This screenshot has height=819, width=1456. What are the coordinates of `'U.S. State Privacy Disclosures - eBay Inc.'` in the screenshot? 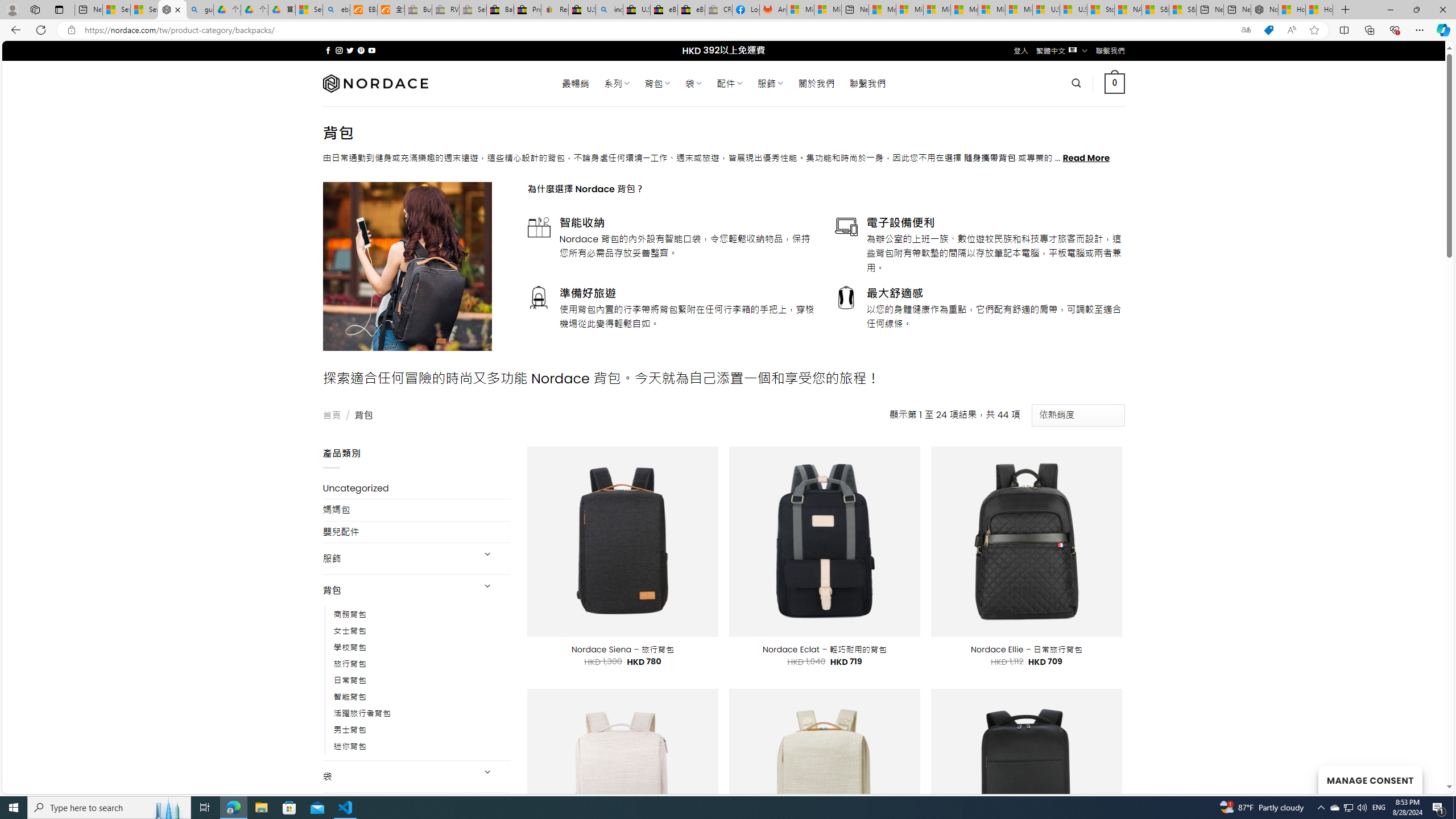 It's located at (637, 9).